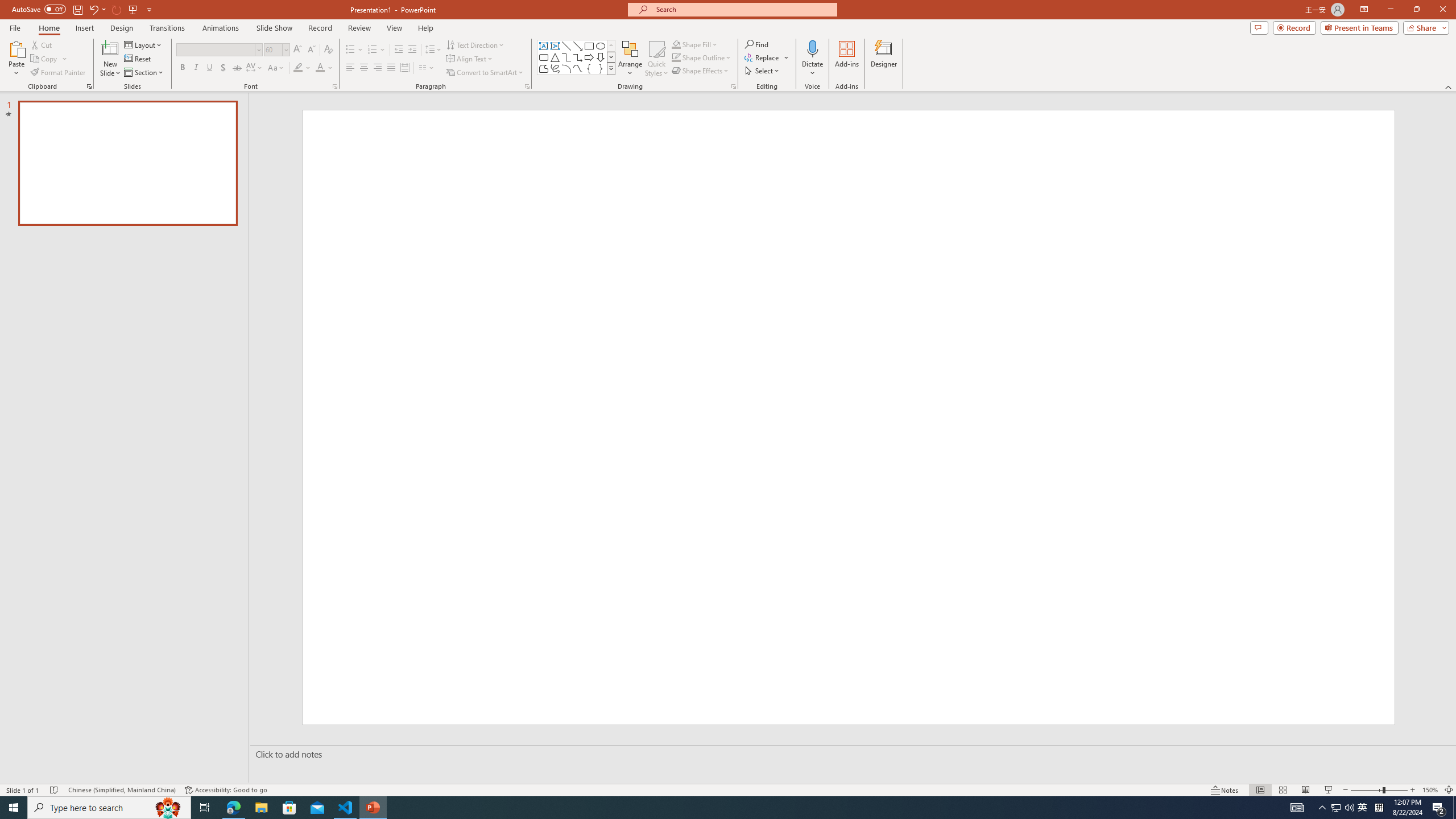  What do you see at coordinates (144, 72) in the screenshot?
I see `'Section'` at bounding box center [144, 72].